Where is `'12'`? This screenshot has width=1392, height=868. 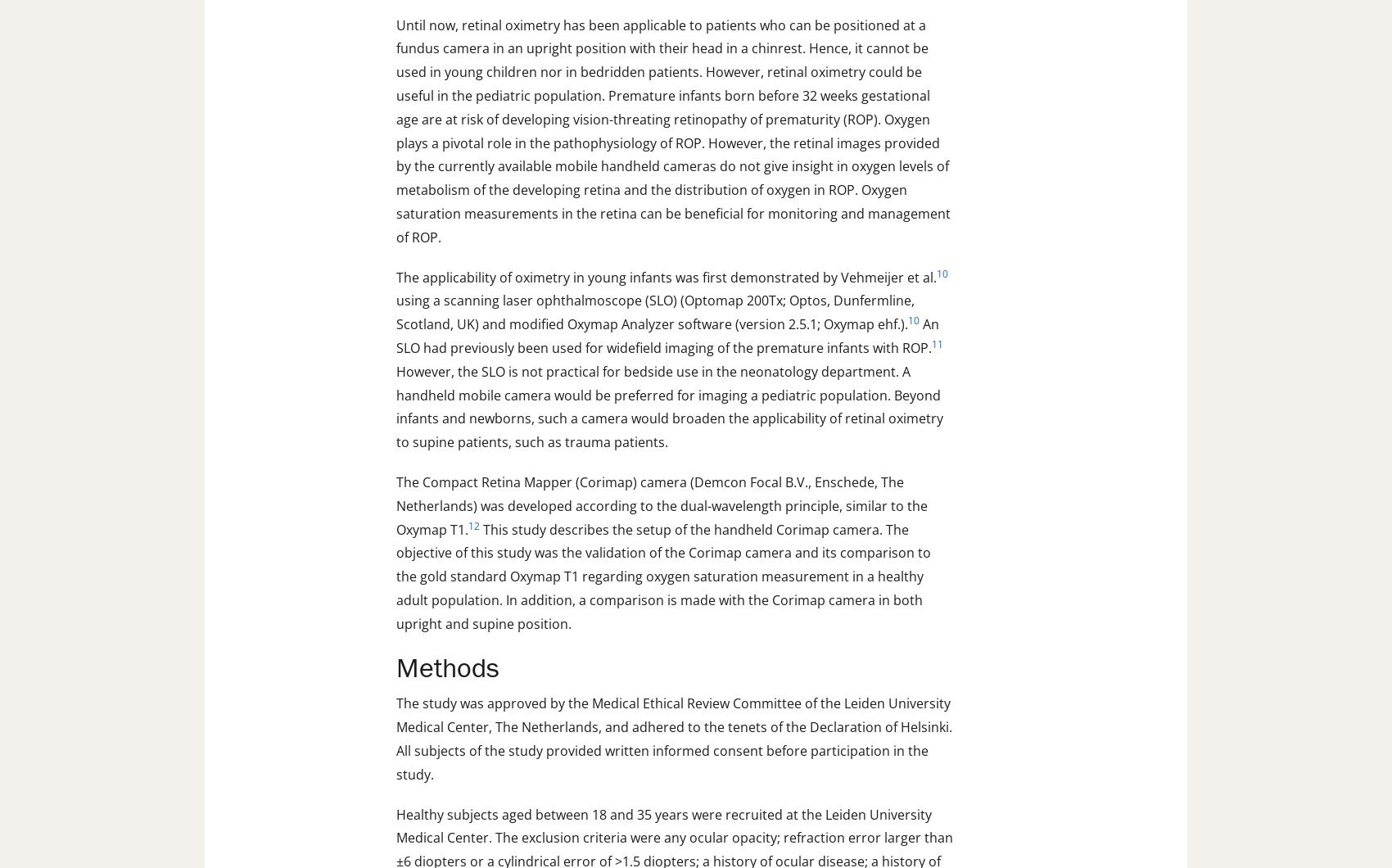
'12' is located at coordinates (473, 525).